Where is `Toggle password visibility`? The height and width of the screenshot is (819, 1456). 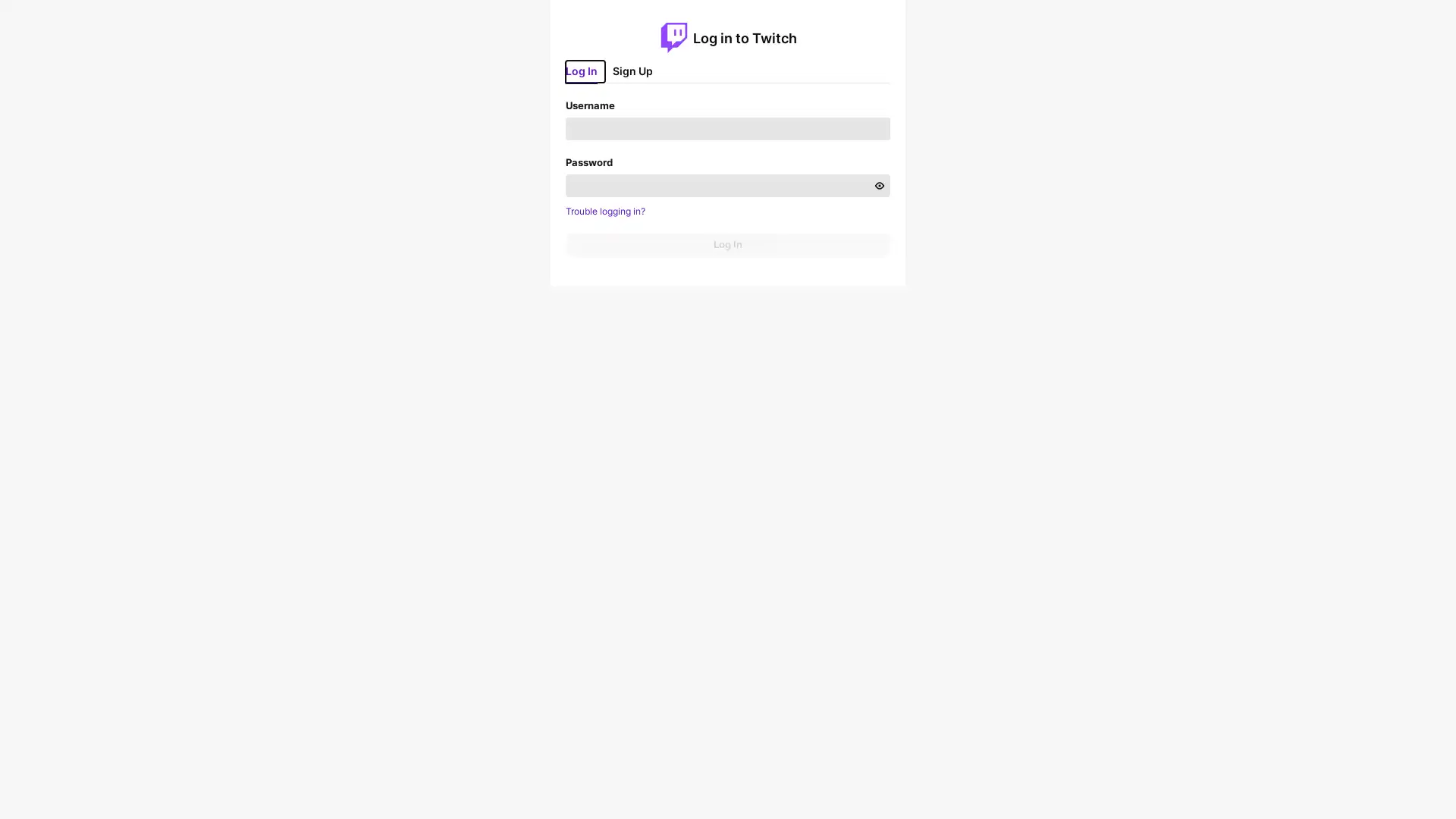 Toggle password visibility is located at coordinates (878, 184).